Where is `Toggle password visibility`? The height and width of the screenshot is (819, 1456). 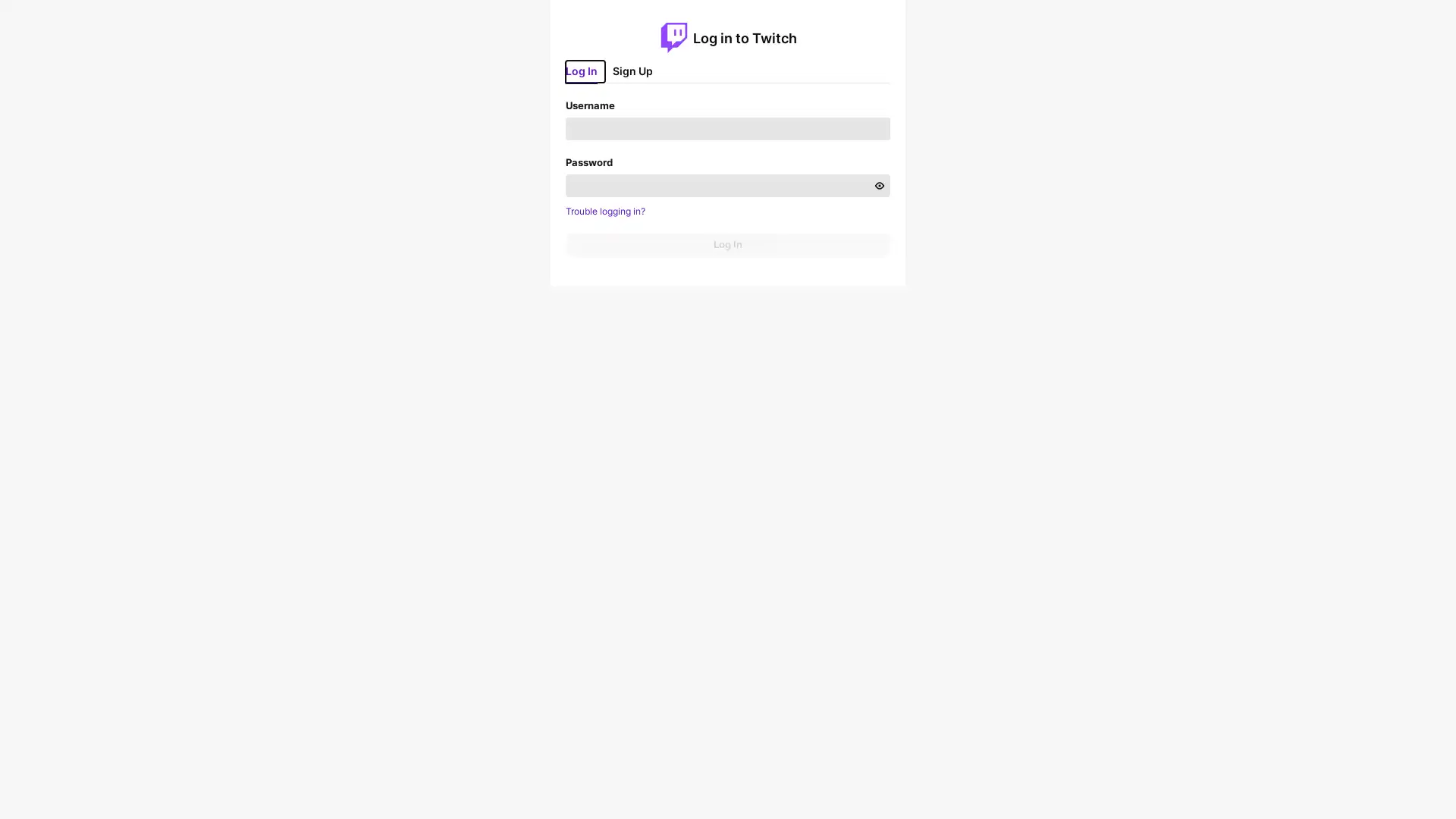 Toggle password visibility is located at coordinates (878, 184).